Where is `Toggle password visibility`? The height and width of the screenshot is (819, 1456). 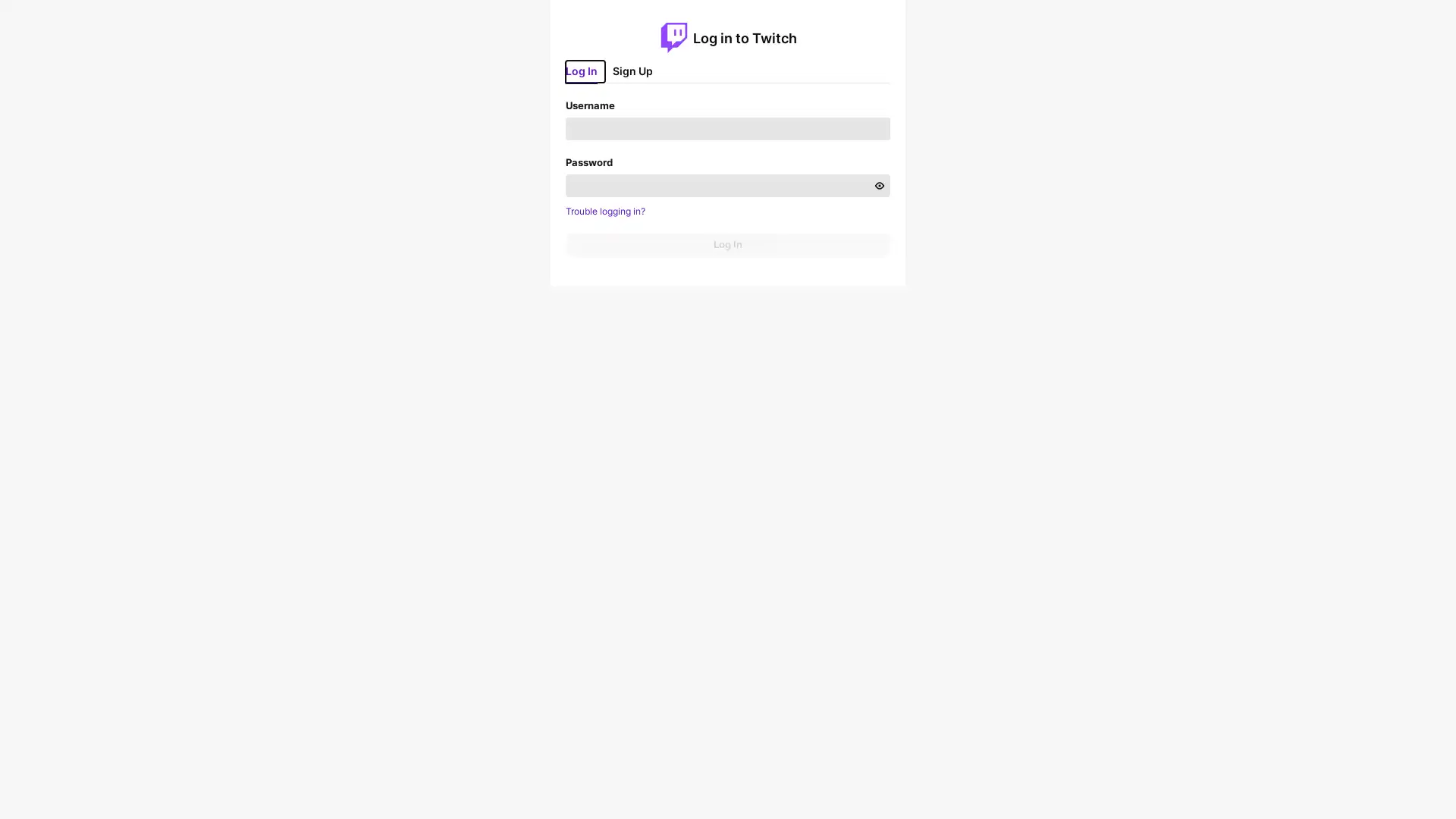 Toggle password visibility is located at coordinates (878, 184).